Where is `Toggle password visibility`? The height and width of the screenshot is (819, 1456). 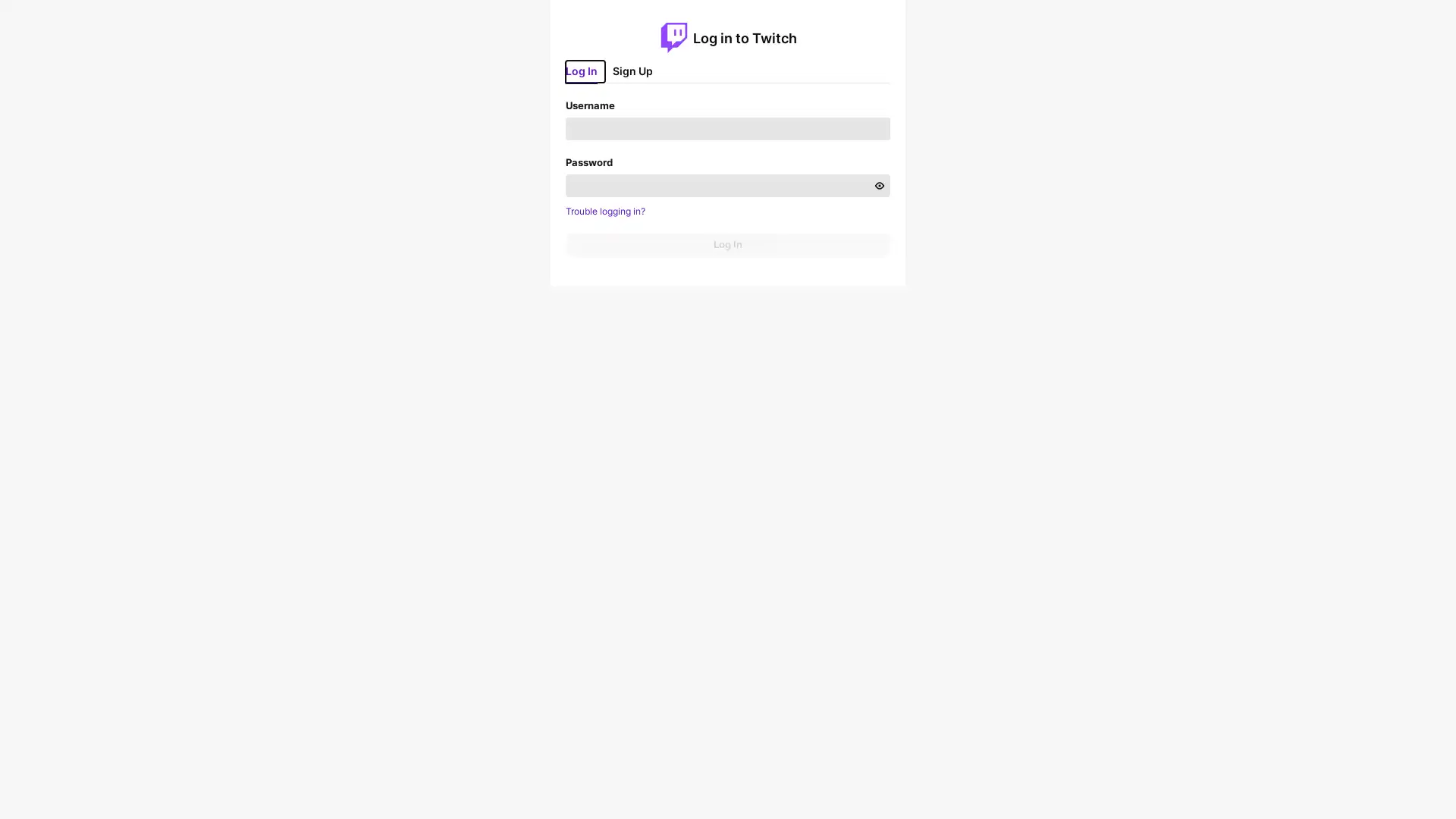 Toggle password visibility is located at coordinates (878, 184).